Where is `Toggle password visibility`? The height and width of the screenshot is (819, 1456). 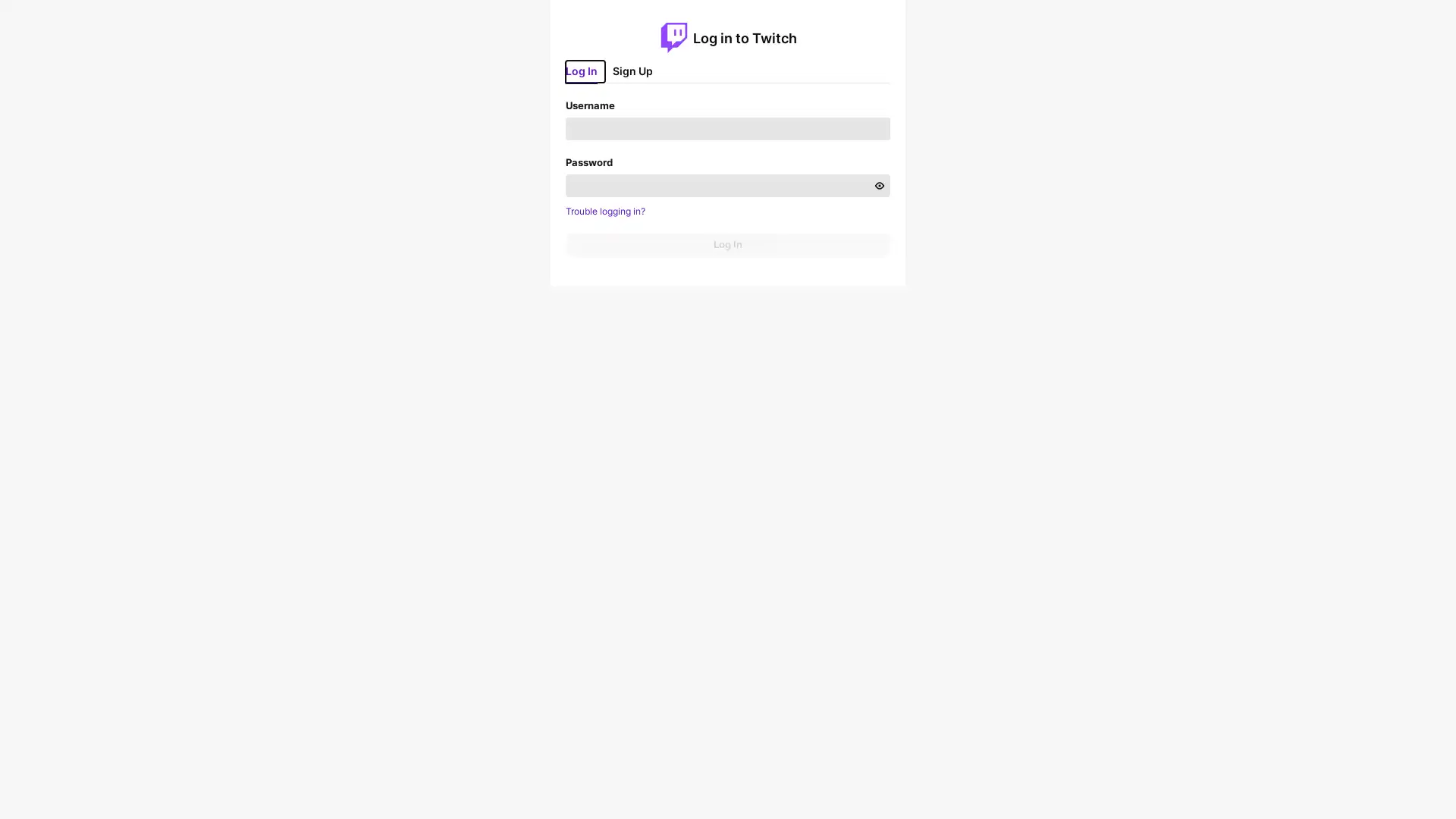 Toggle password visibility is located at coordinates (878, 184).